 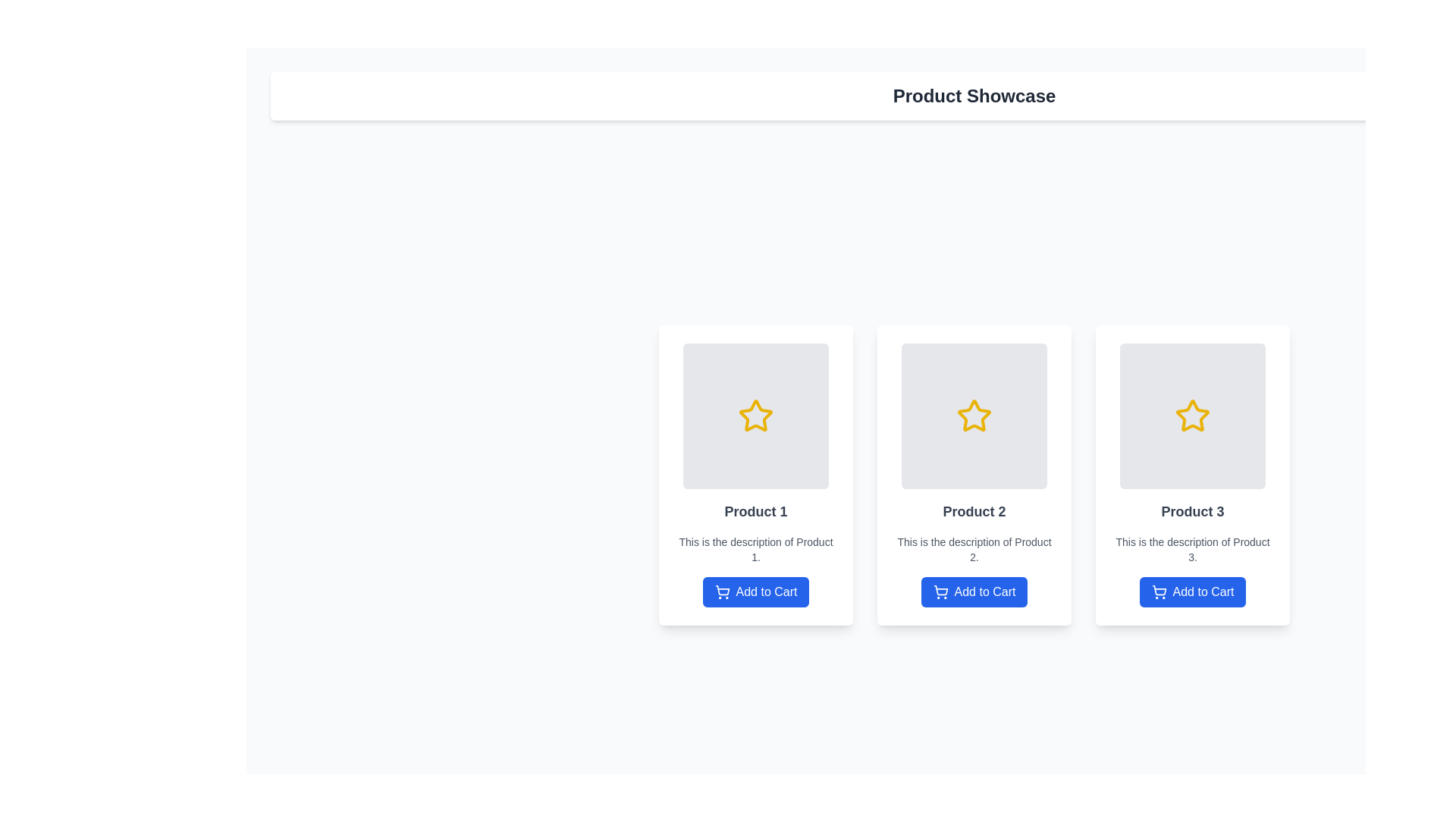 I want to click on textual description 'This is the description of Product 2.' located below the title 'Product 2' in the second card of the product layout, so click(x=974, y=550).